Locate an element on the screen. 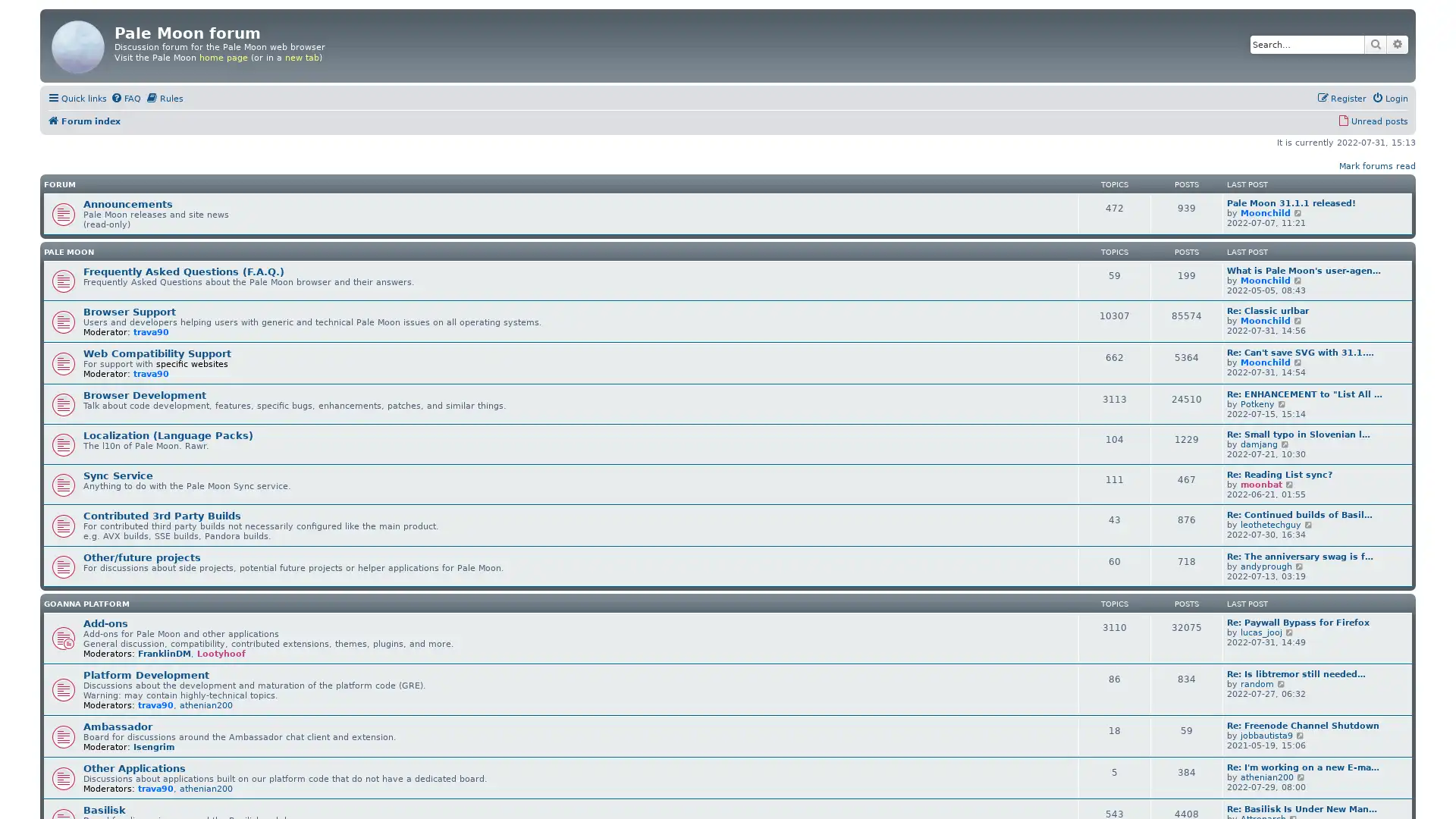 The image size is (1456, 819). Search is located at coordinates (1376, 43).